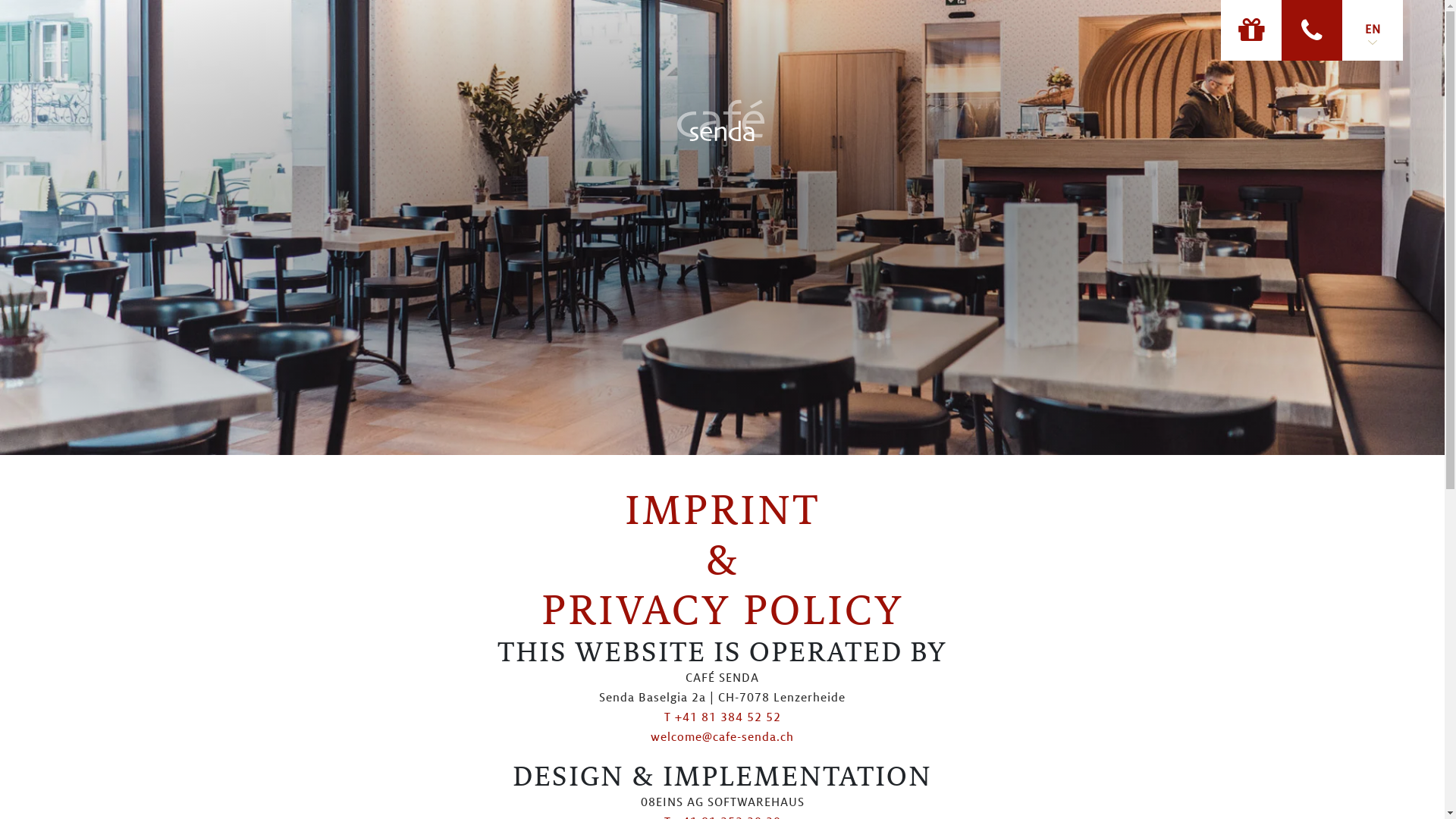 The width and height of the screenshot is (1456, 819). Describe the element at coordinates (1372, 30) in the screenshot. I see `'EN'` at that location.